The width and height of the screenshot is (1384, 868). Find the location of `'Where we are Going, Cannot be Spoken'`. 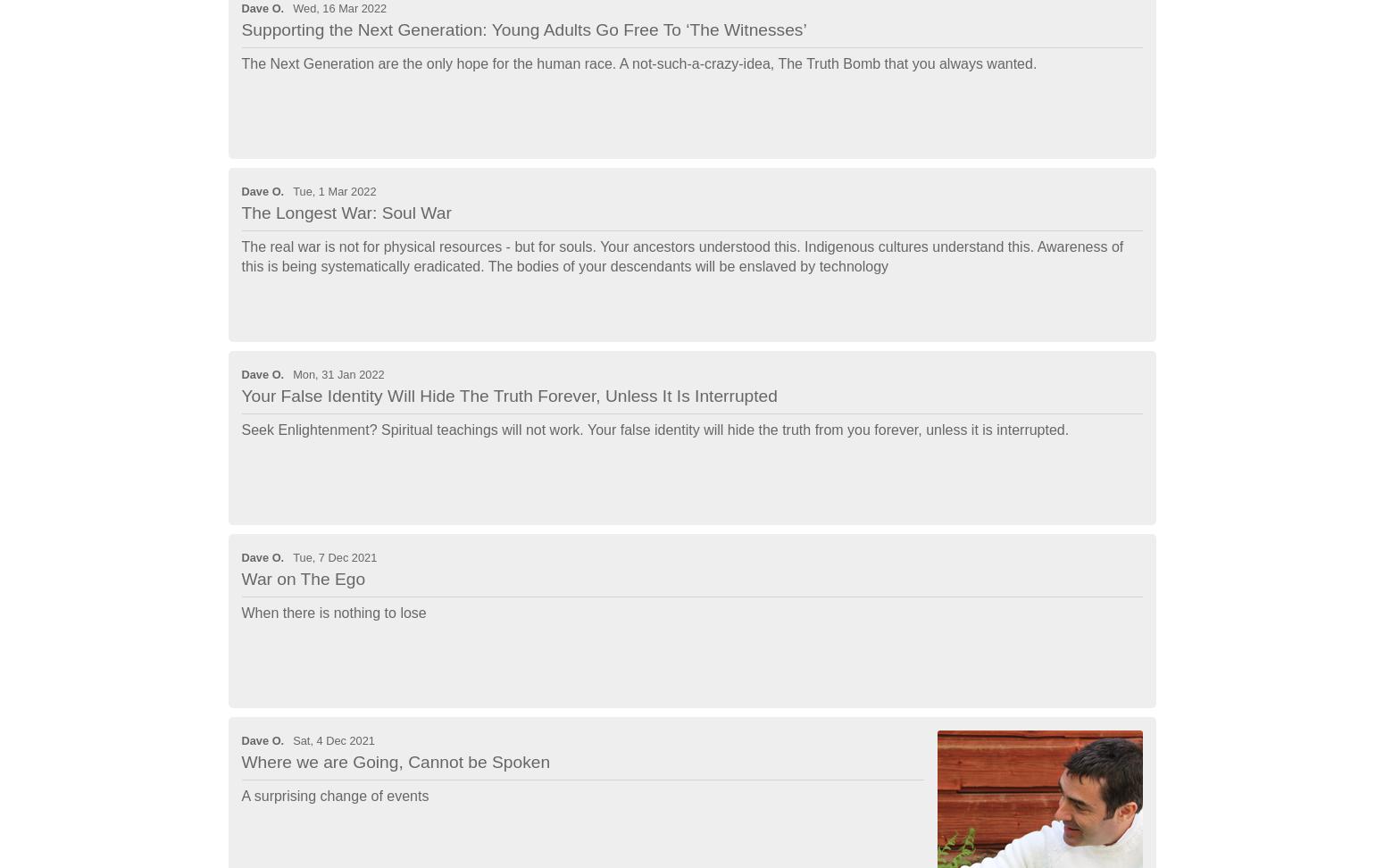

'Where we are Going, Cannot be Spoken' is located at coordinates (395, 761).